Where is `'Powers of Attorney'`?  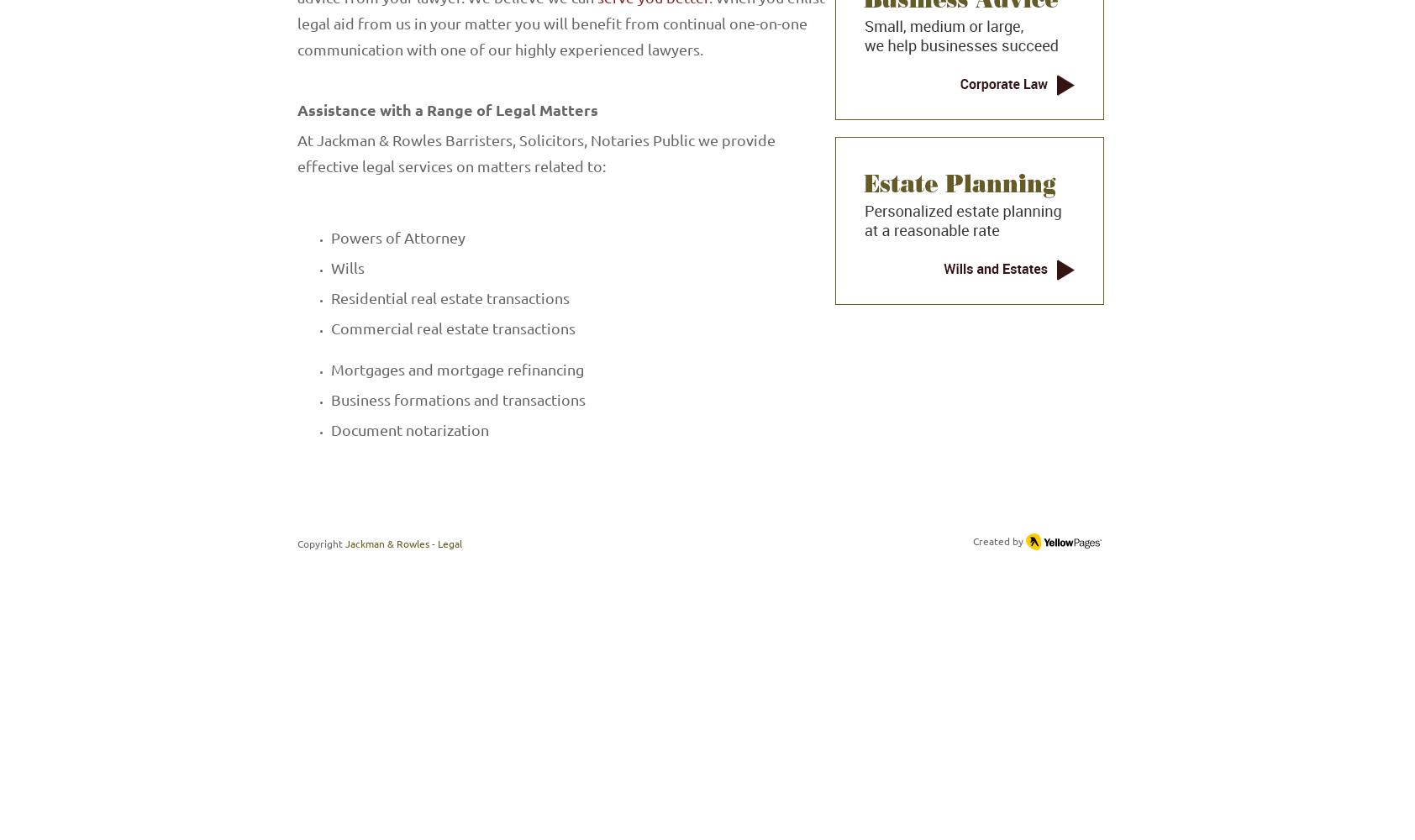 'Powers of Attorney' is located at coordinates (331, 237).